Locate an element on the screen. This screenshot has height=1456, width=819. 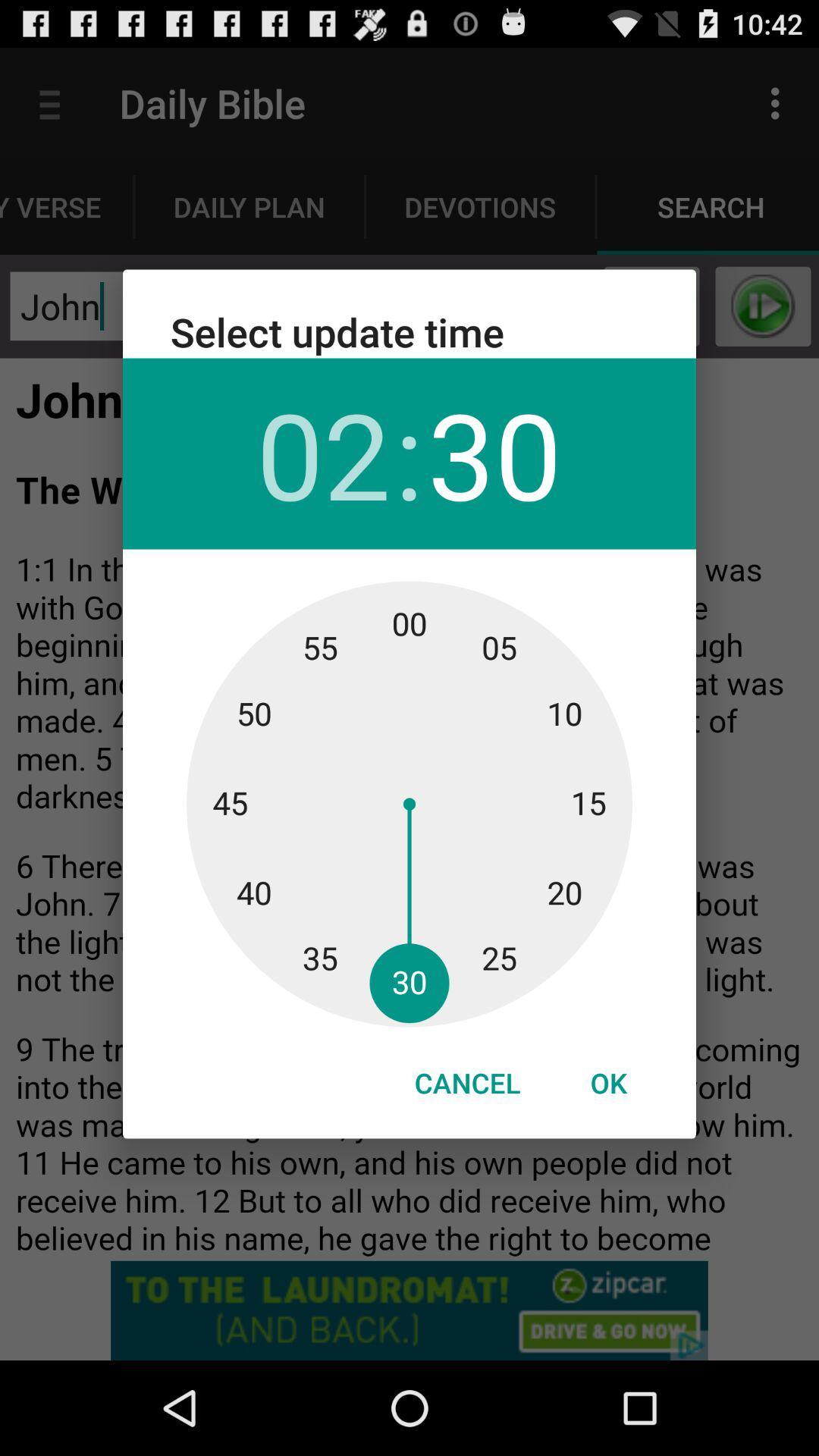
the 30 item is located at coordinates (494, 453).